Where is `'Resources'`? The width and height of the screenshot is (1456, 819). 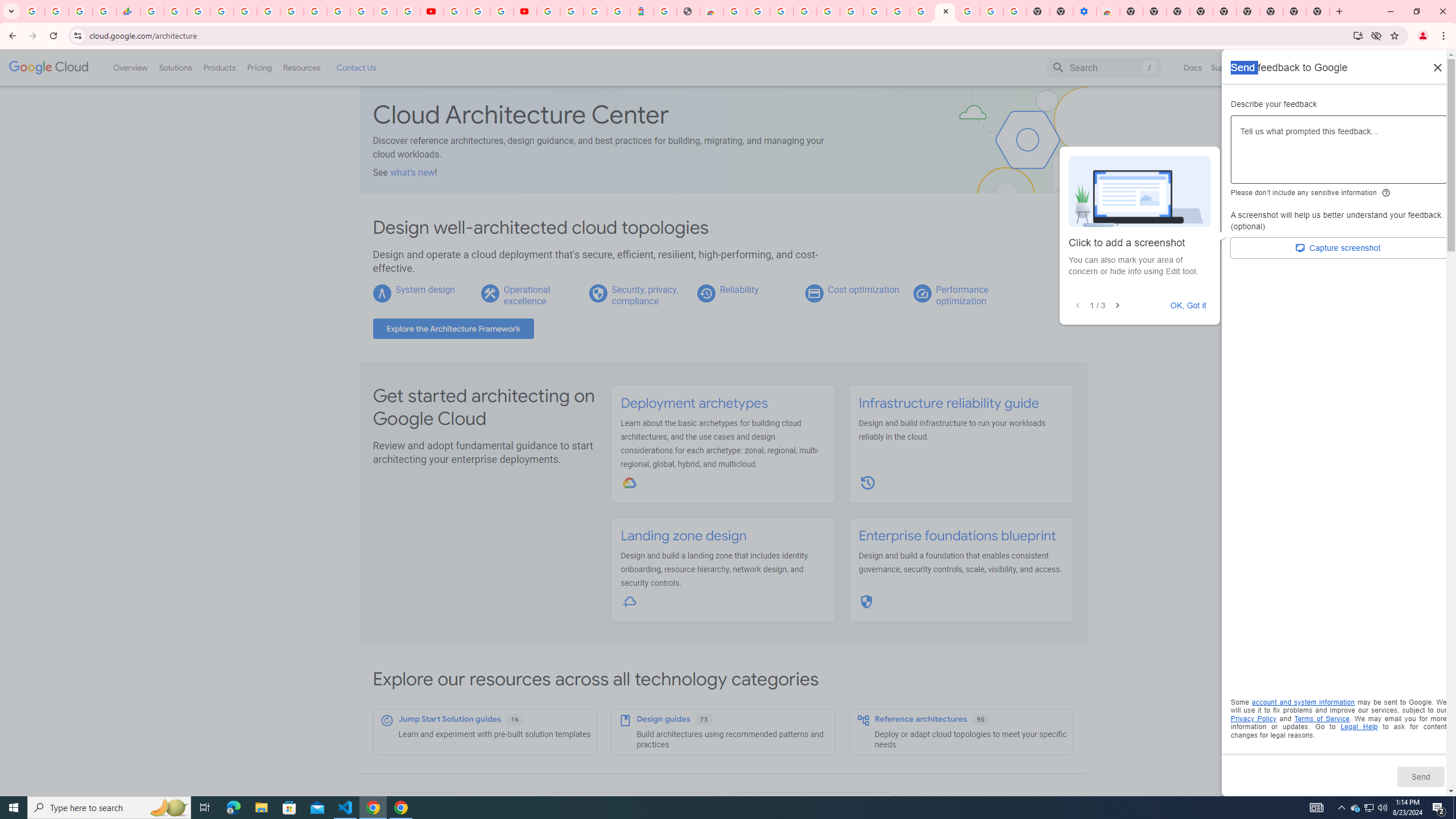
'Resources' is located at coordinates (301, 67).